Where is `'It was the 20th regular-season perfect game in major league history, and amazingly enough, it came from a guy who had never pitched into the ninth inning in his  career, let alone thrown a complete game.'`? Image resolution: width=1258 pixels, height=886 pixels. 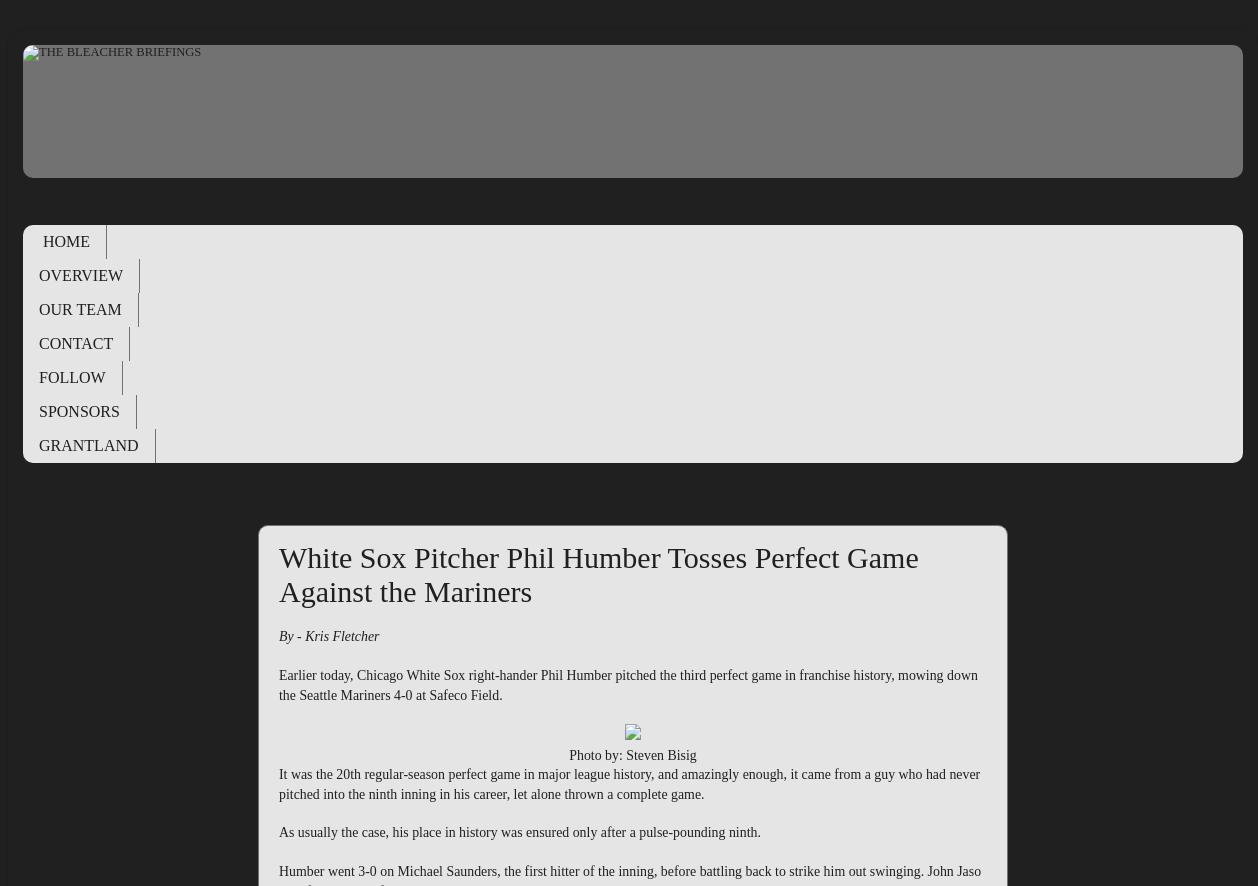
'It was the 20th regular-season perfect game in major league history, and amazingly enough, it came from a guy who had never pitched into the ninth inning in his  career, let alone thrown a complete game.' is located at coordinates (629, 783).